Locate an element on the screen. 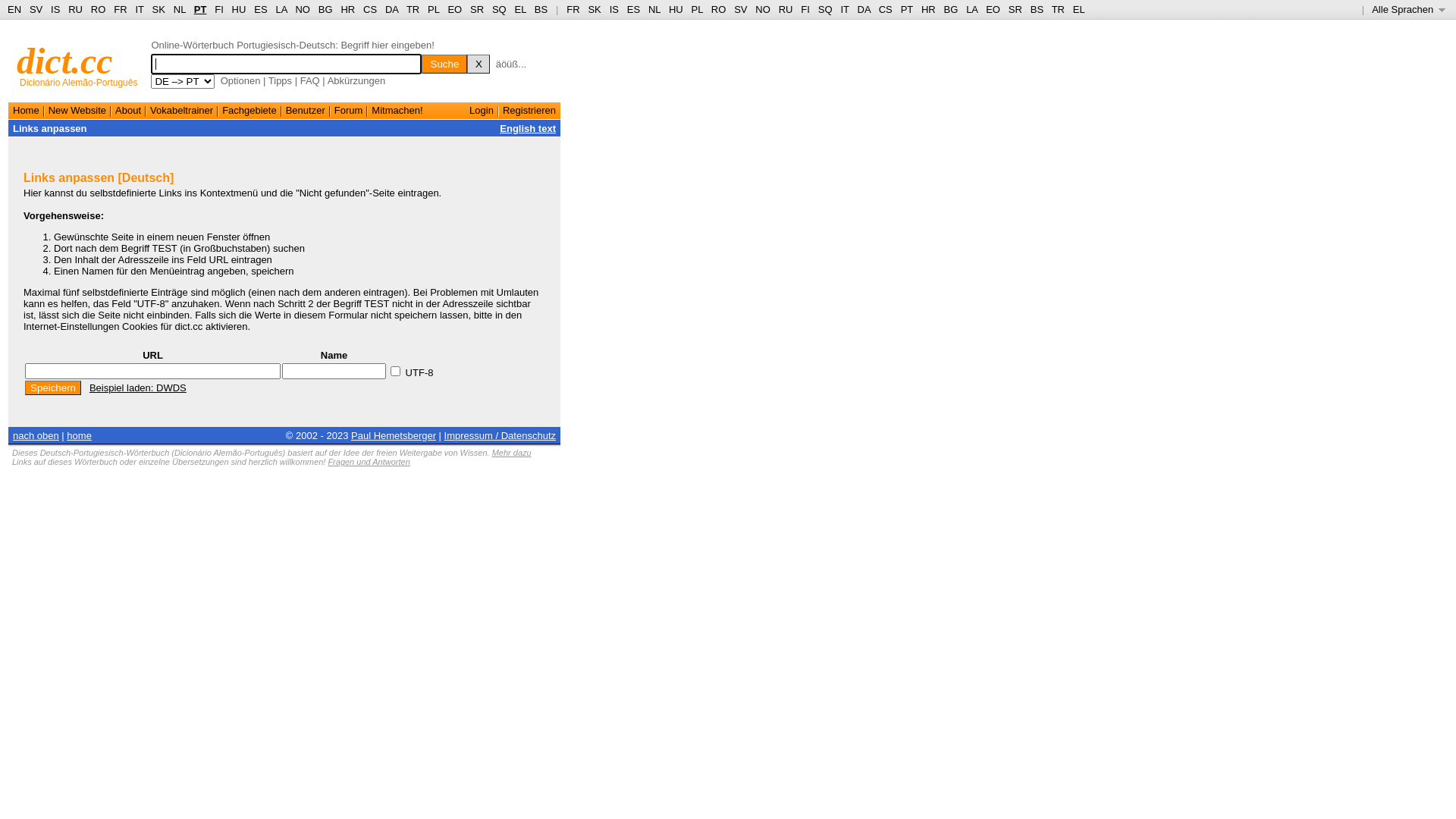  'LA' is located at coordinates (281, 9).